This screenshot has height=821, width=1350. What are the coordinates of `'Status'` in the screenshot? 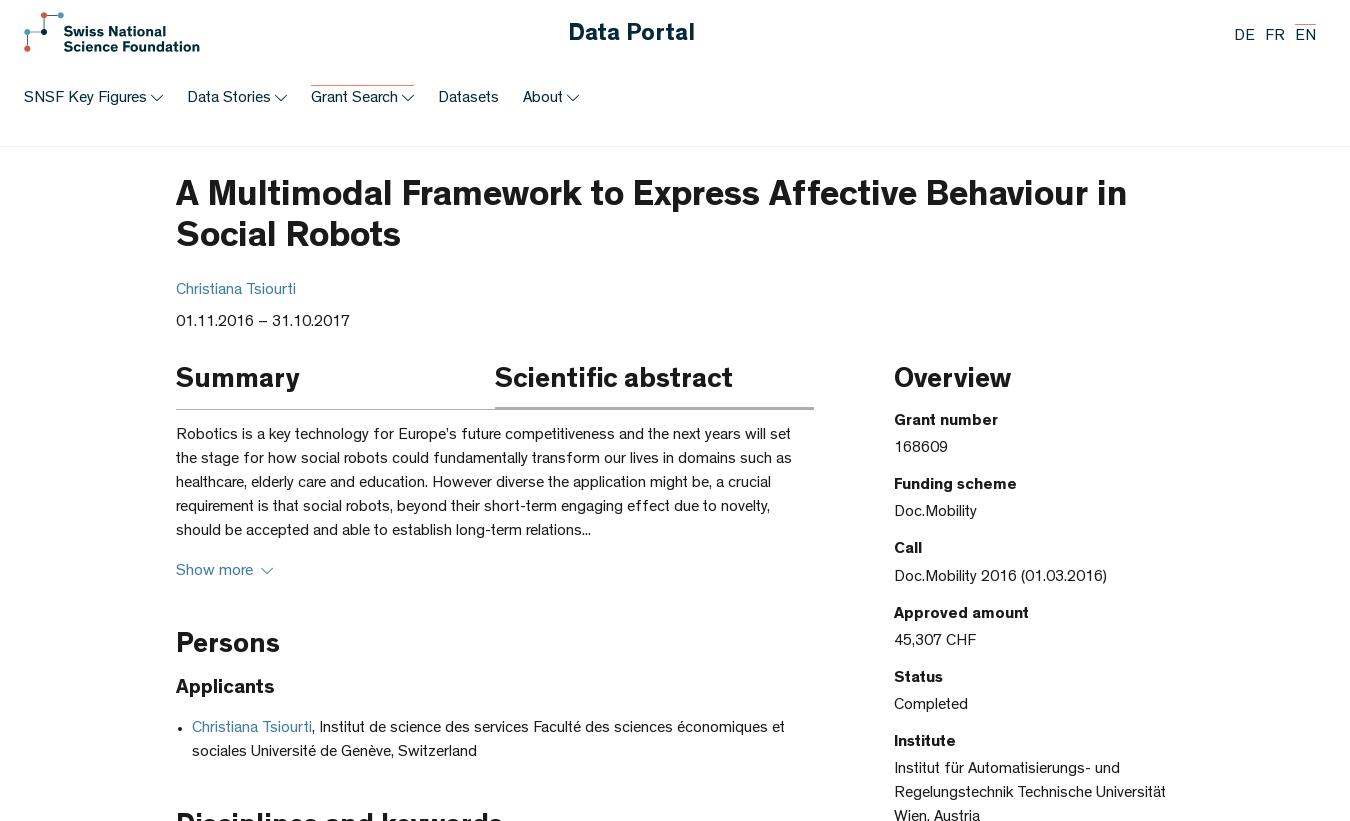 It's located at (893, 676).